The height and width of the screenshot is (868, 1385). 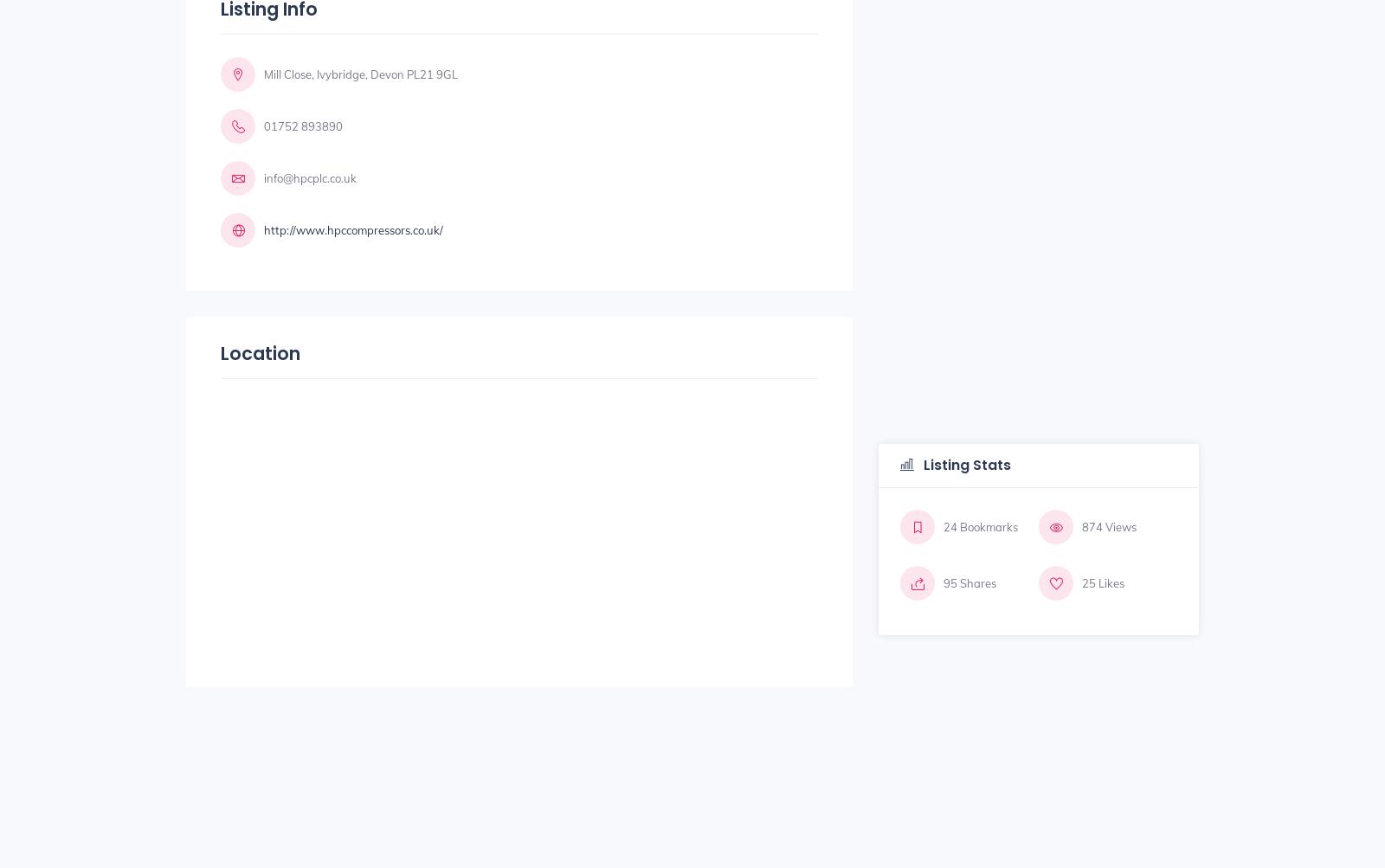 What do you see at coordinates (920, 464) in the screenshot?
I see `'Listing Stats'` at bounding box center [920, 464].